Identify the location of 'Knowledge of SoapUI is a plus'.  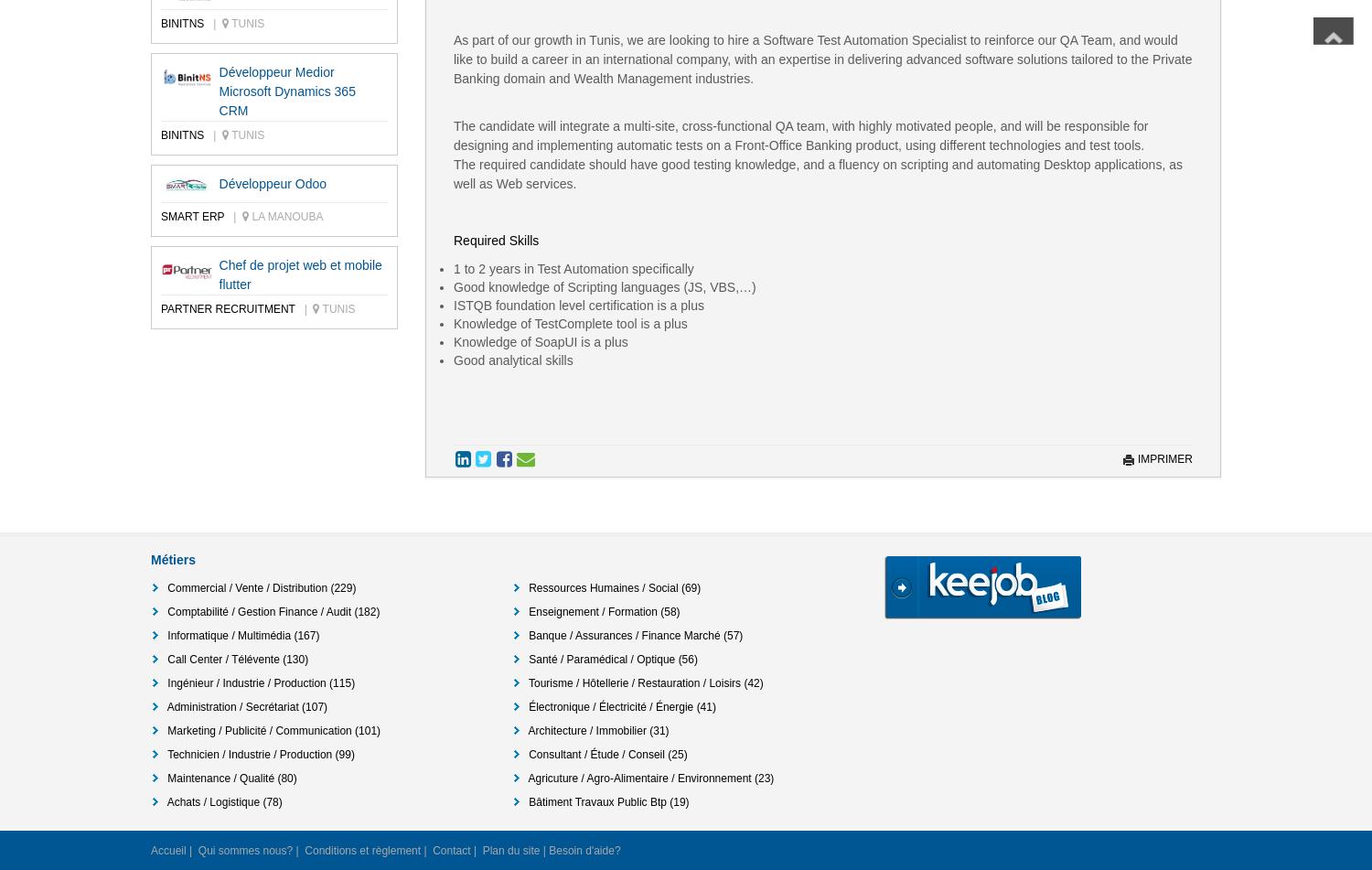
(453, 342).